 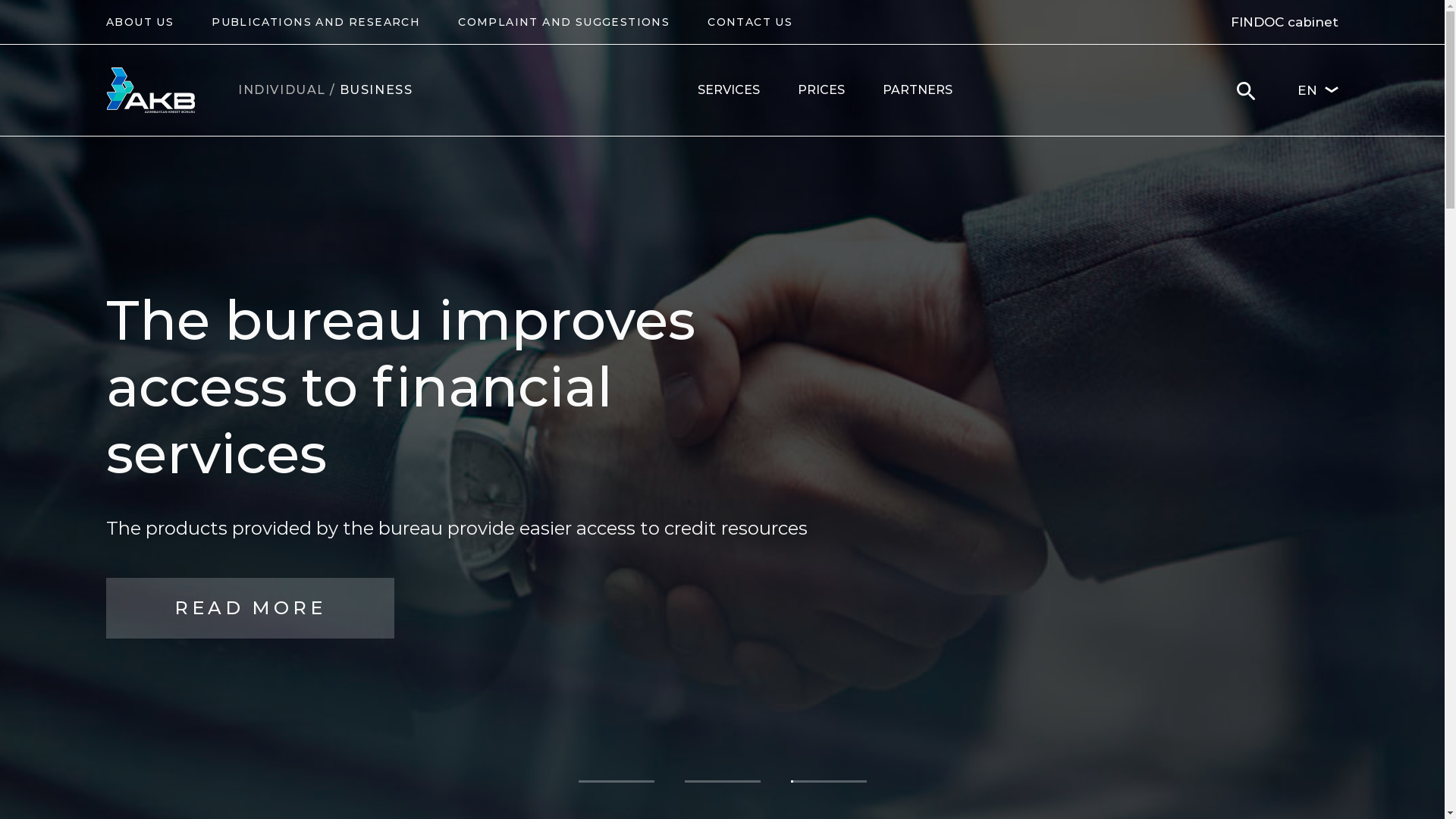 I want to click on 'FINDOC cabinet', so click(x=1230, y=22).